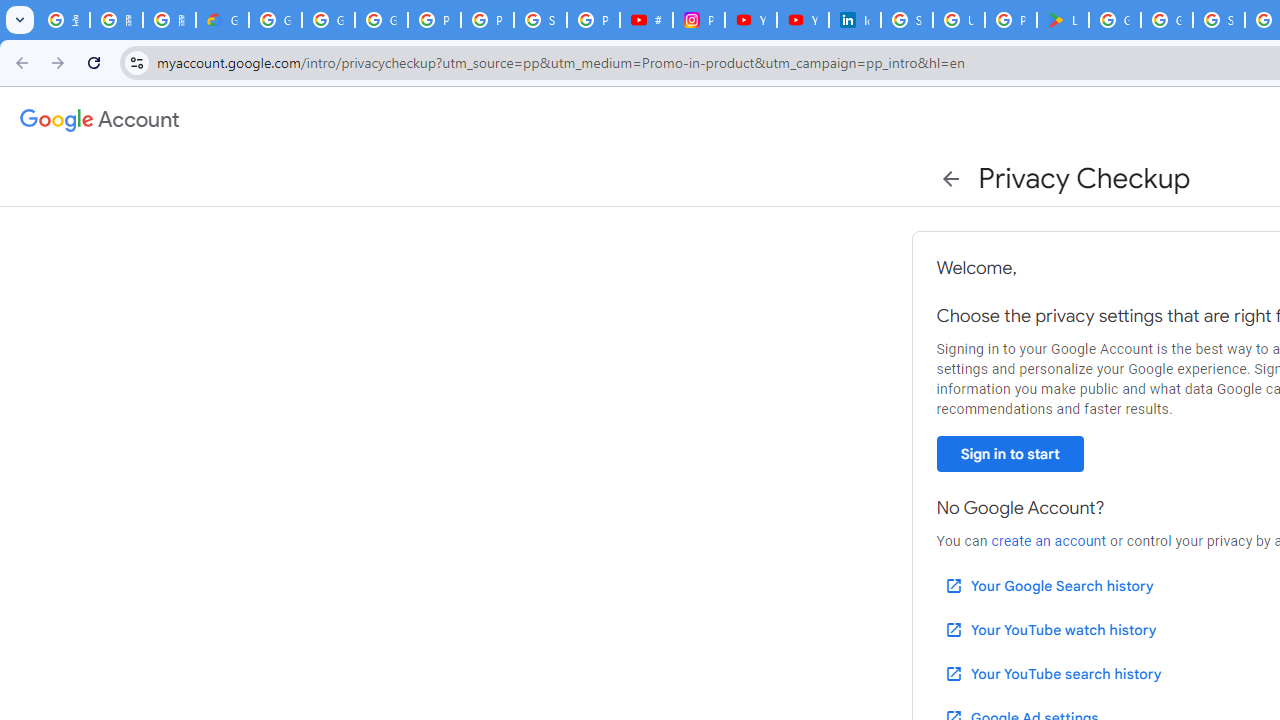 This screenshot has height=720, width=1280. I want to click on 'Your YouTube watch history', so click(1049, 630).